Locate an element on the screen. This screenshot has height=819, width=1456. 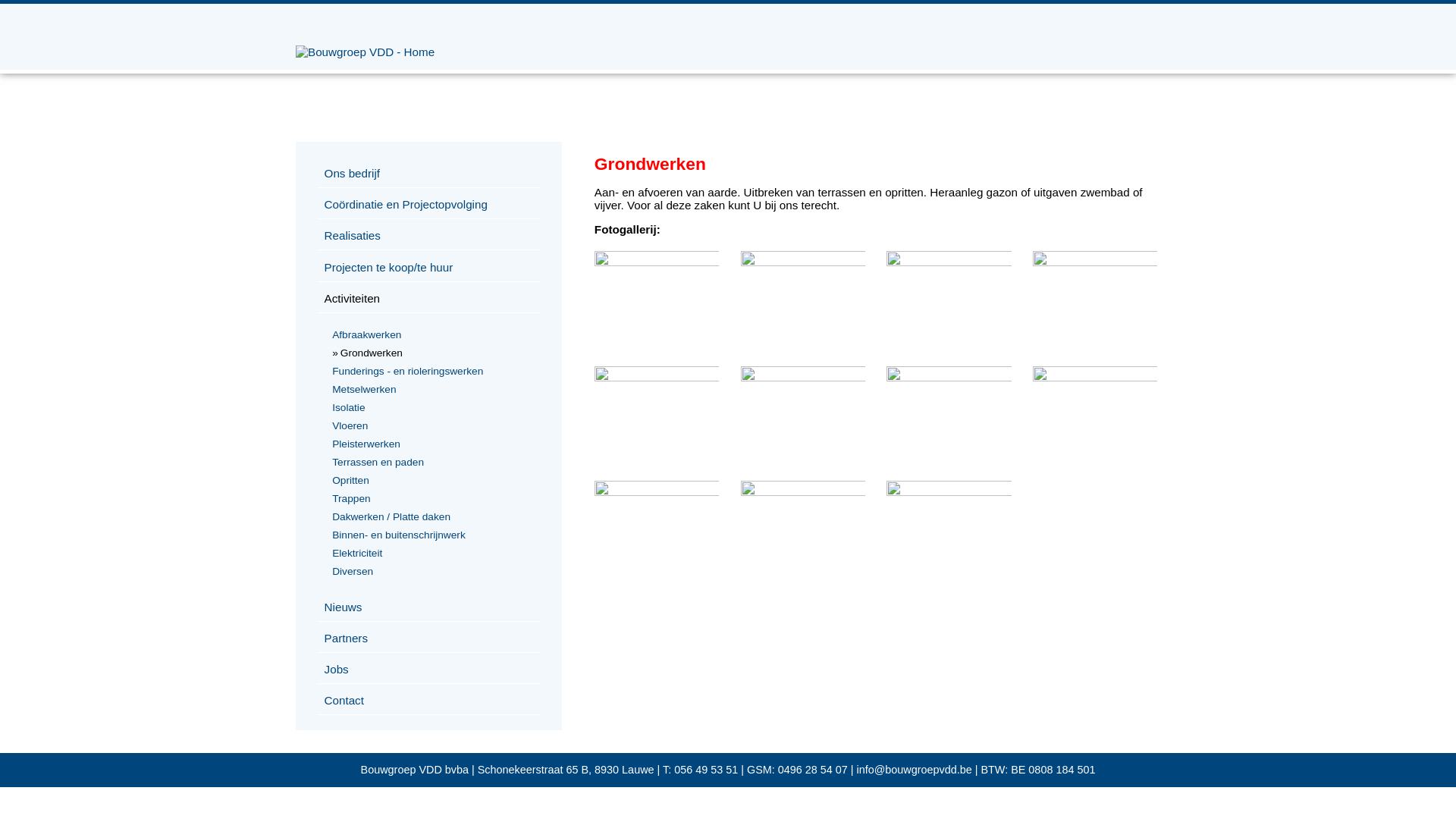
'Grondwerken' is located at coordinates (431, 353).